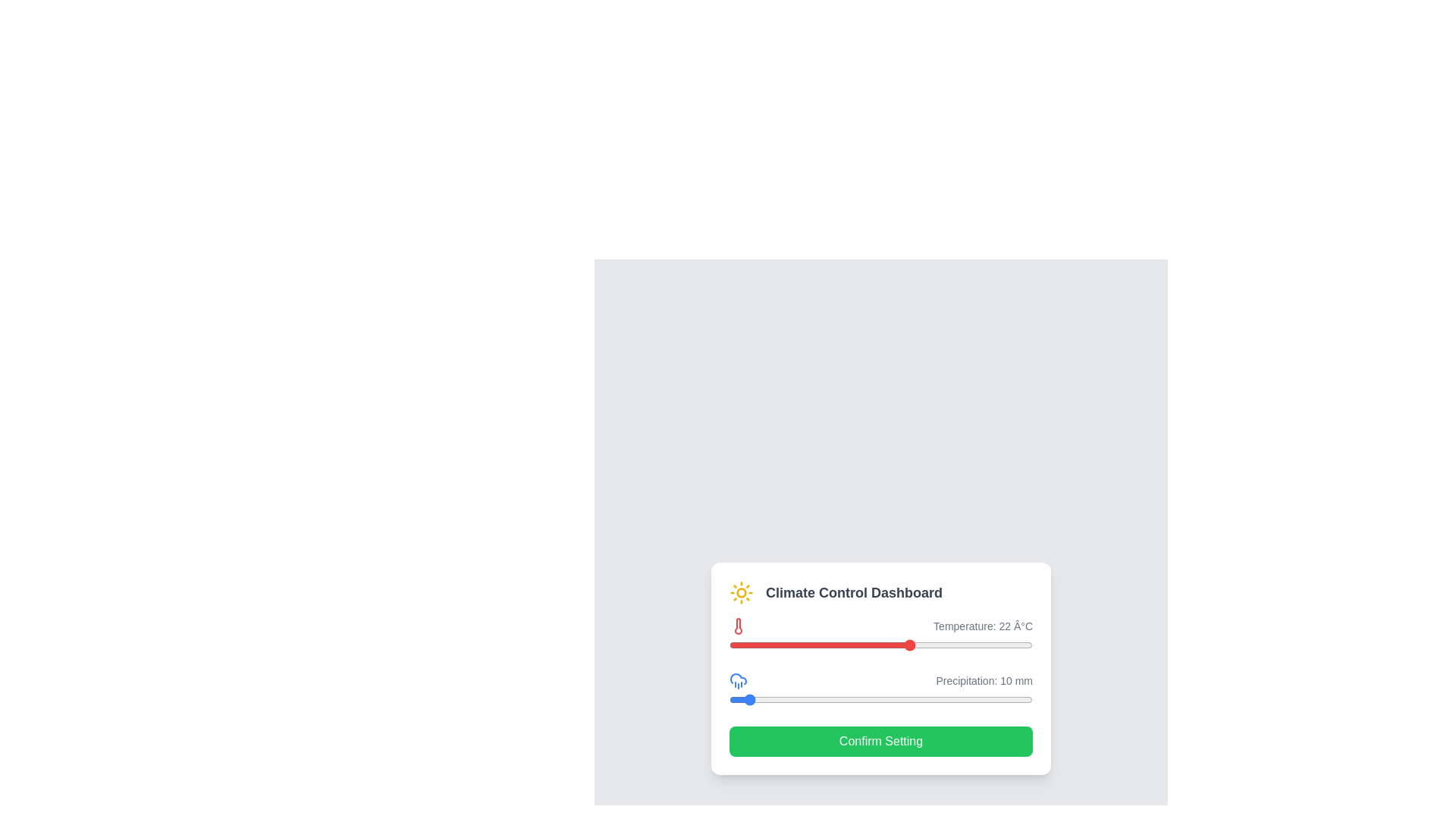  I want to click on 'Confirm Setting' button, so click(880, 741).